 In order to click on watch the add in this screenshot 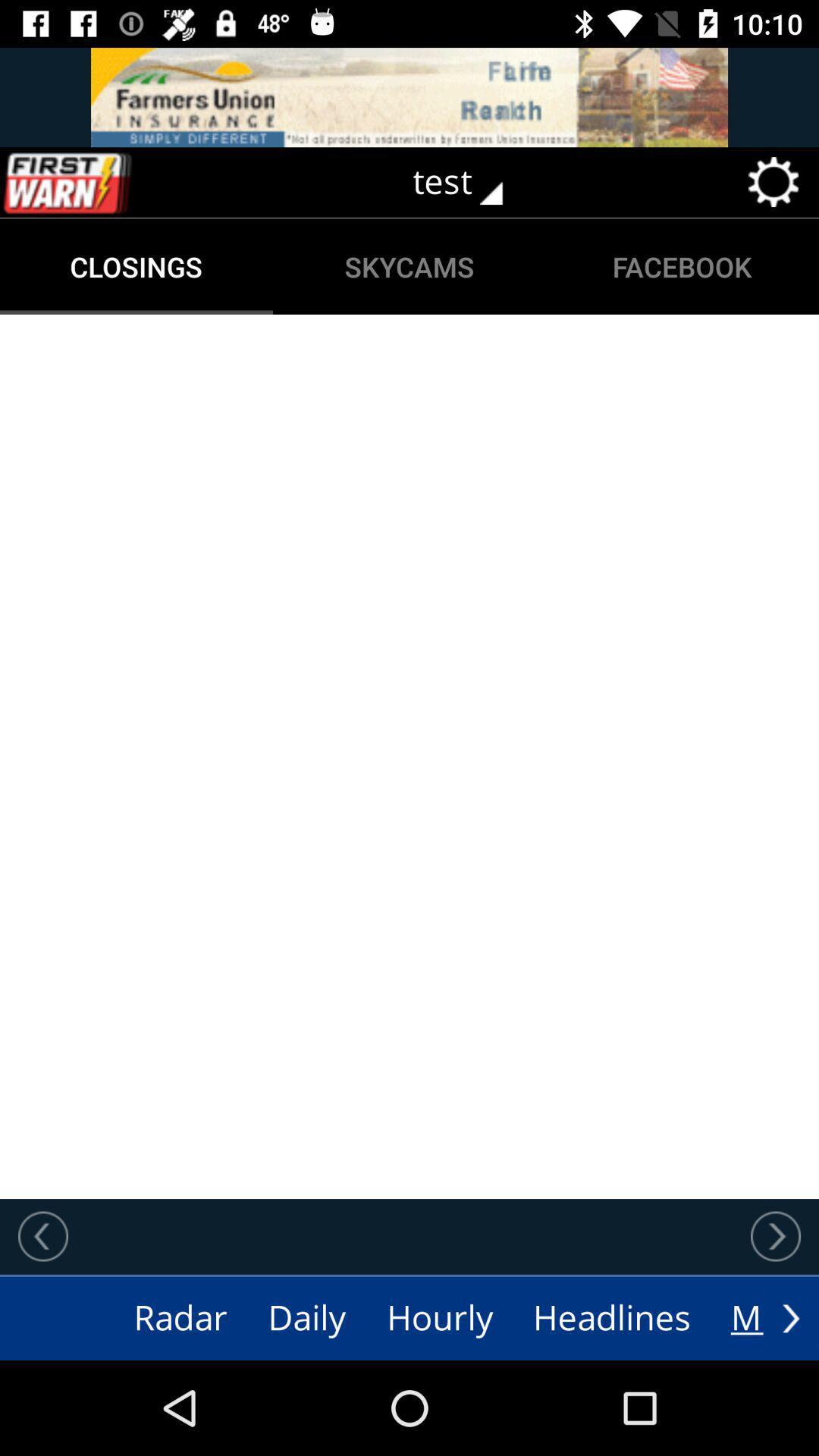, I will do `click(409, 96)`.